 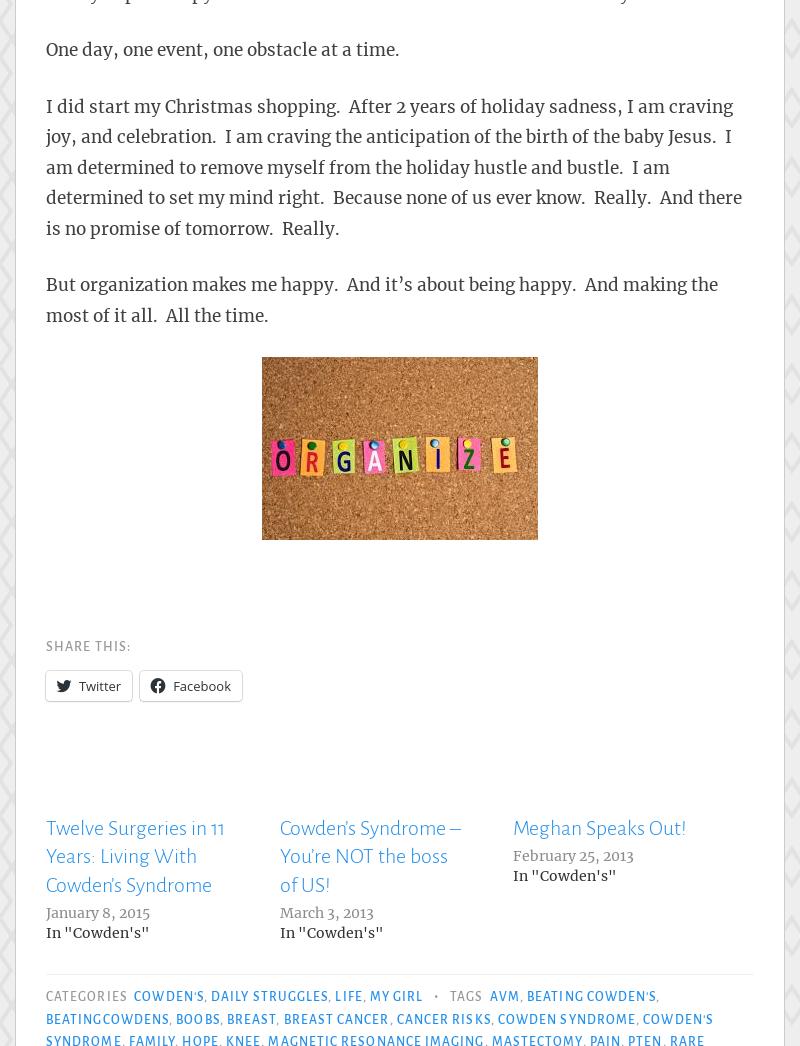 What do you see at coordinates (441, 1019) in the screenshot?
I see `'cancer risks'` at bounding box center [441, 1019].